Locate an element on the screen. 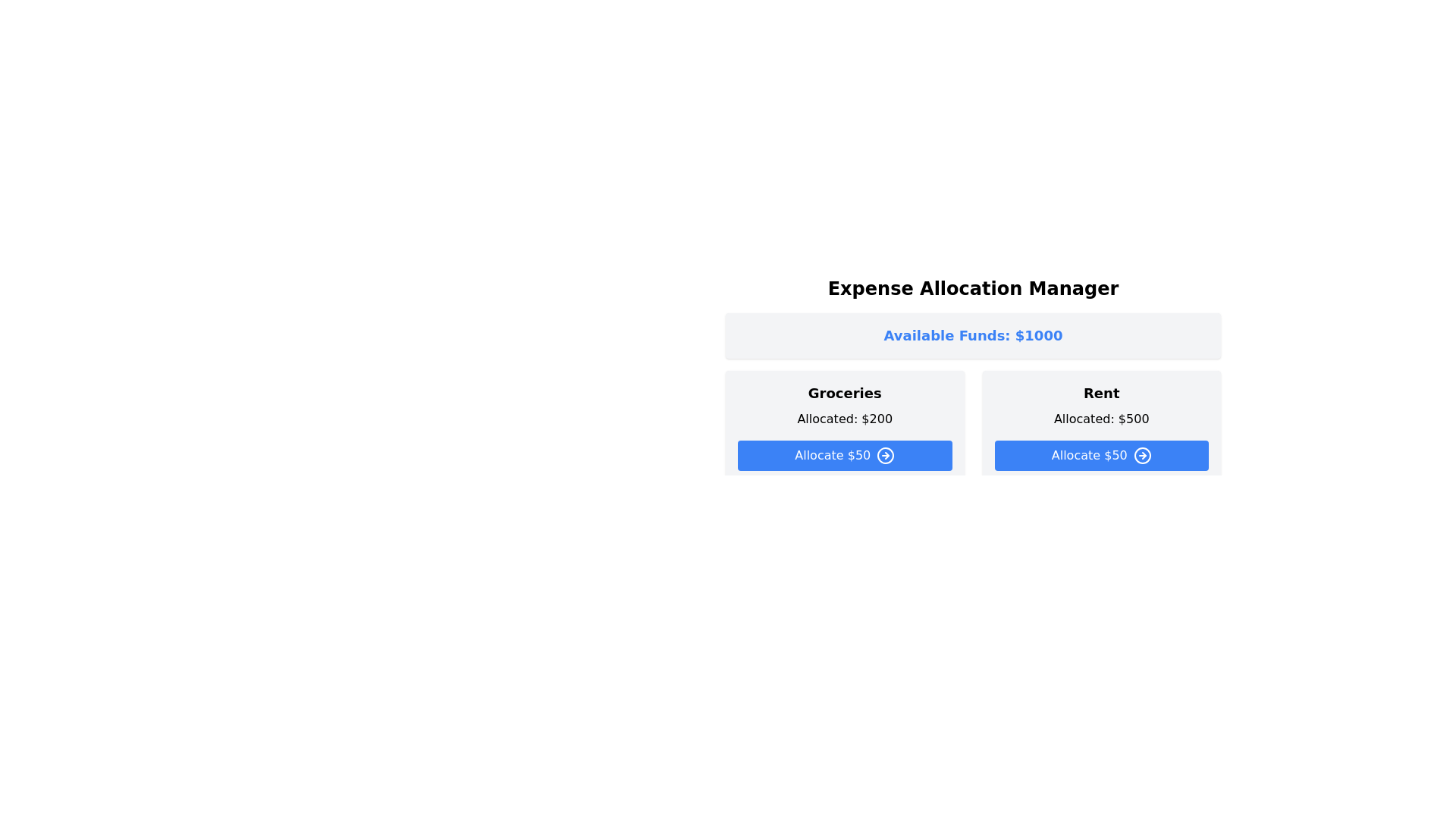 The image size is (1456, 819). the Circle Arrow Right icon located on the rightmost side of the 'Allocate $50' button under the 'Groceries' allocation section is located at coordinates (886, 455).